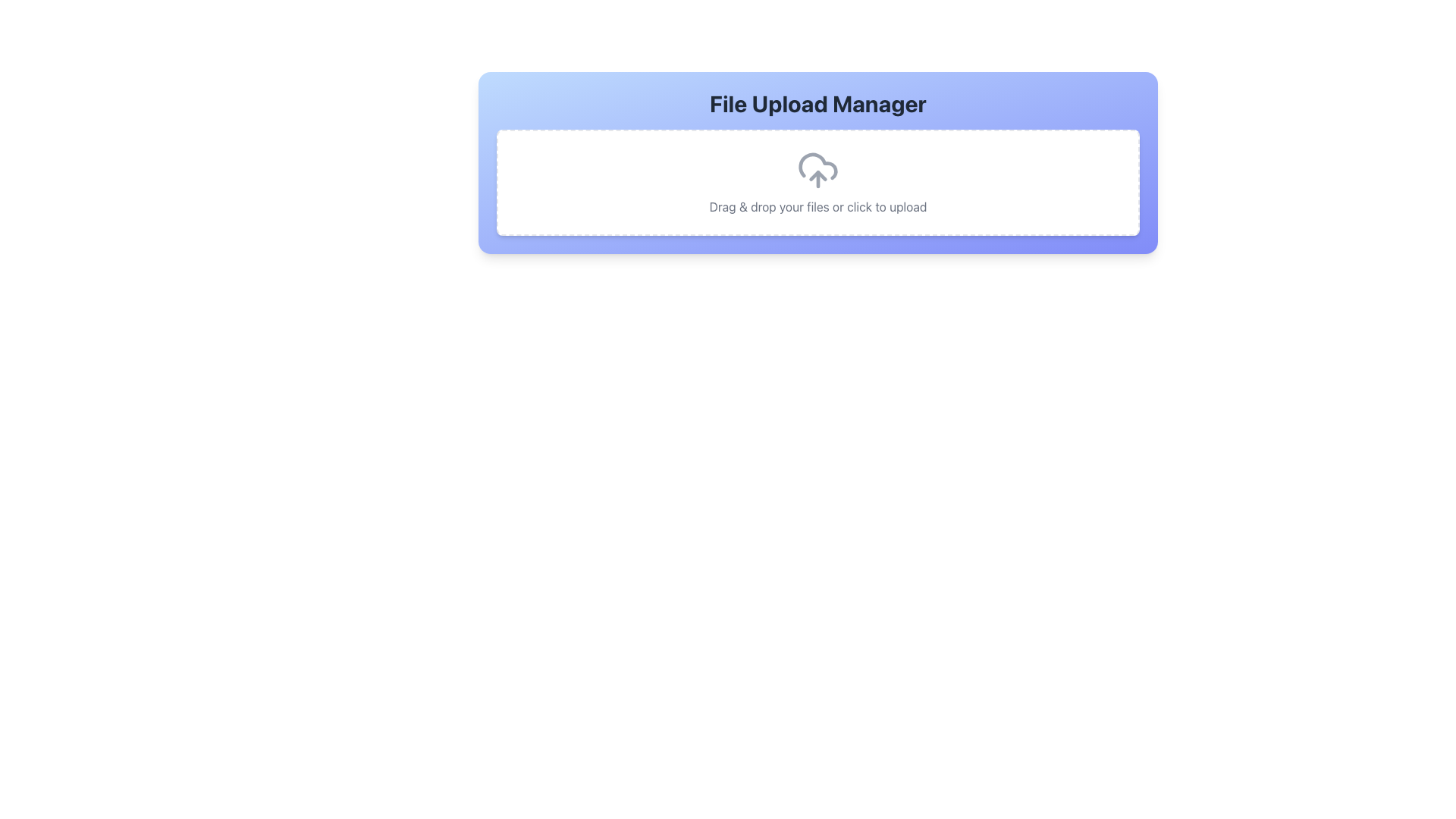  What do you see at coordinates (817, 170) in the screenshot?
I see `the upload icon, which is a gray cloud with an upward arrow inside, located within a card-like section with a dashed border` at bounding box center [817, 170].